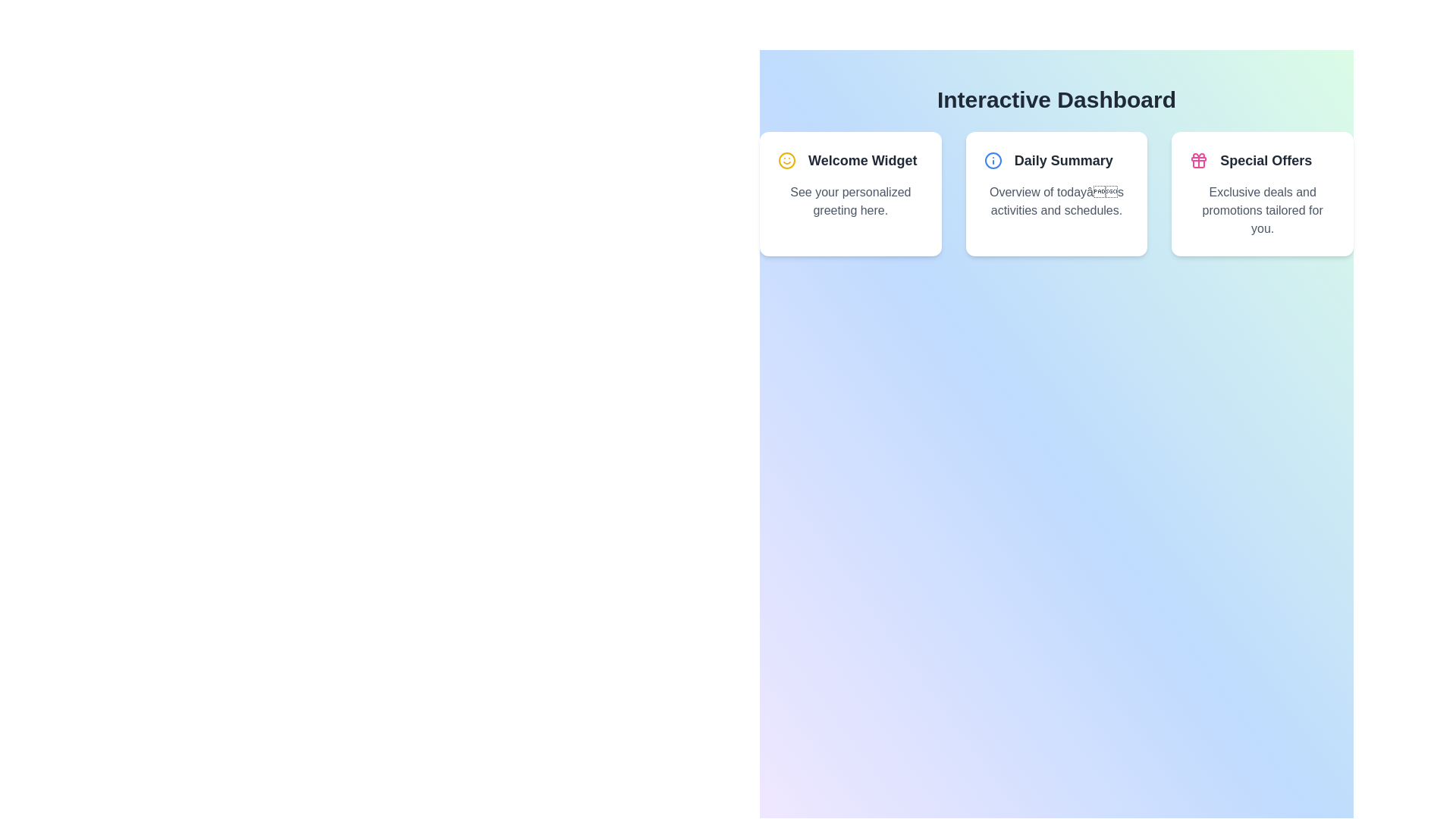  What do you see at coordinates (1263, 210) in the screenshot?
I see `the descriptive text located below the 'Special Offers' header in the third card from the left, emphasizing its relevance to the user` at bounding box center [1263, 210].